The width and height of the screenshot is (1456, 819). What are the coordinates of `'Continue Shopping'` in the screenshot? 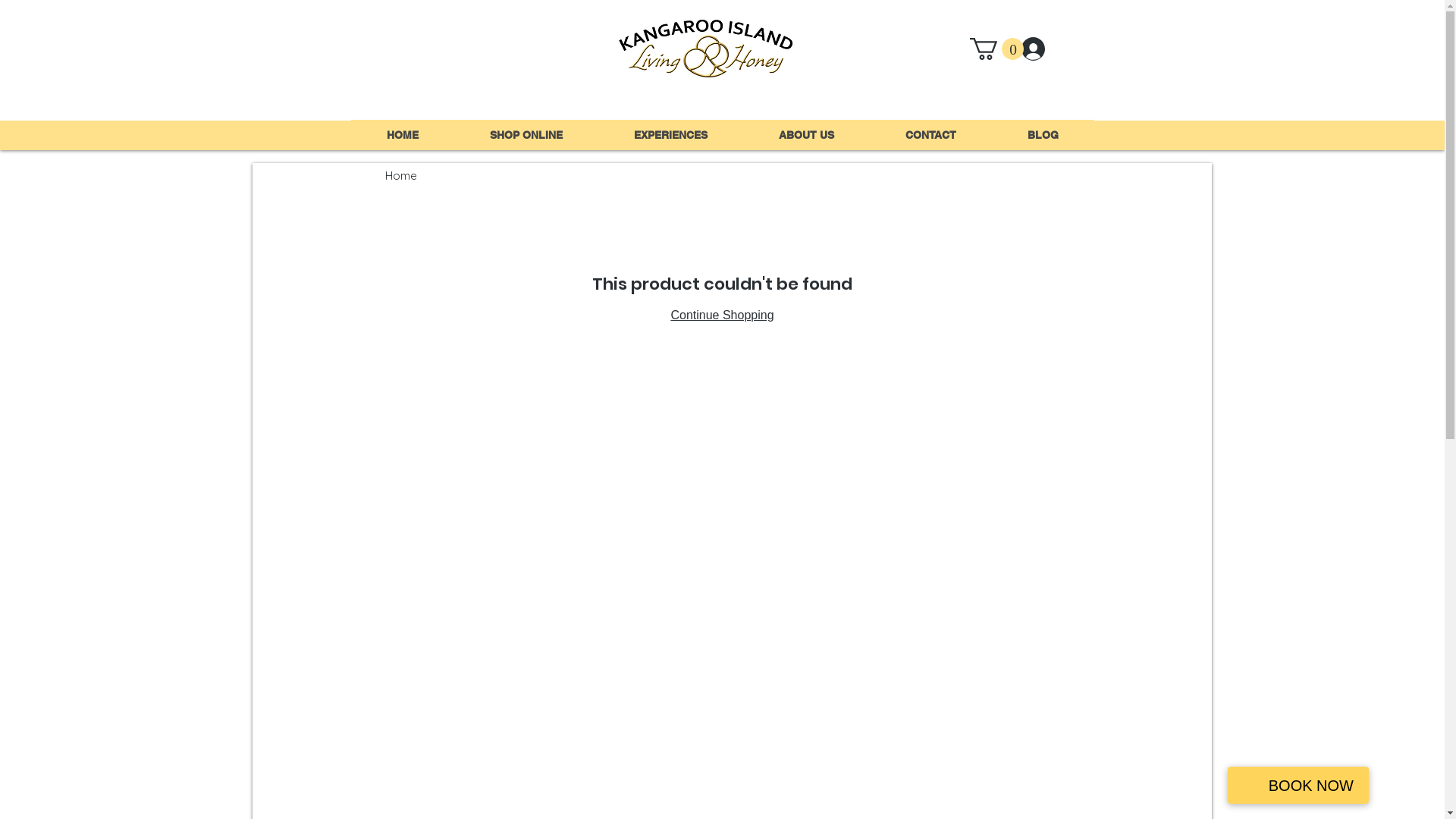 It's located at (669, 314).